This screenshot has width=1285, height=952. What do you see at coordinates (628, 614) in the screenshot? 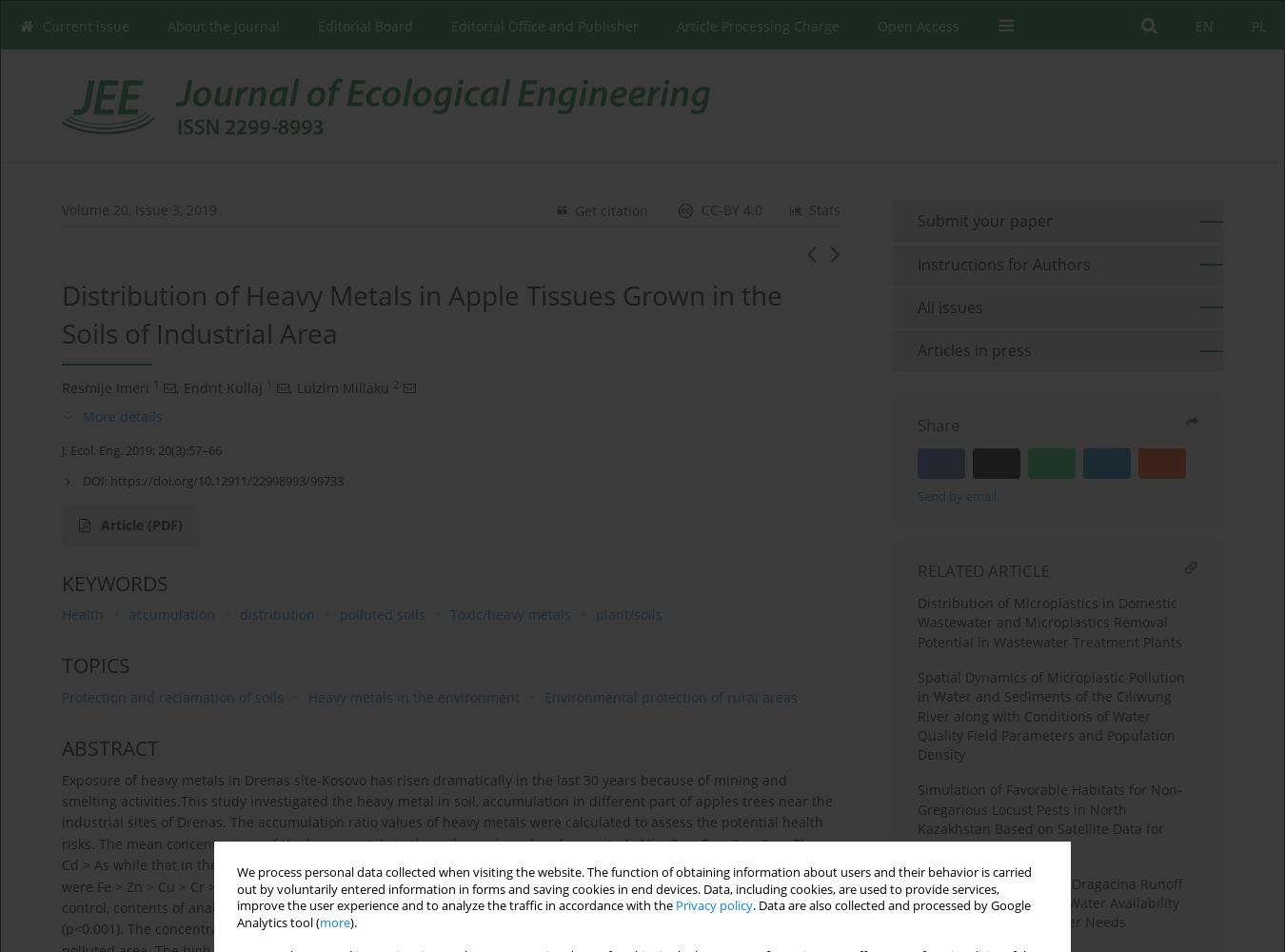
I see `'plant/soils'` at bounding box center [628, 614].